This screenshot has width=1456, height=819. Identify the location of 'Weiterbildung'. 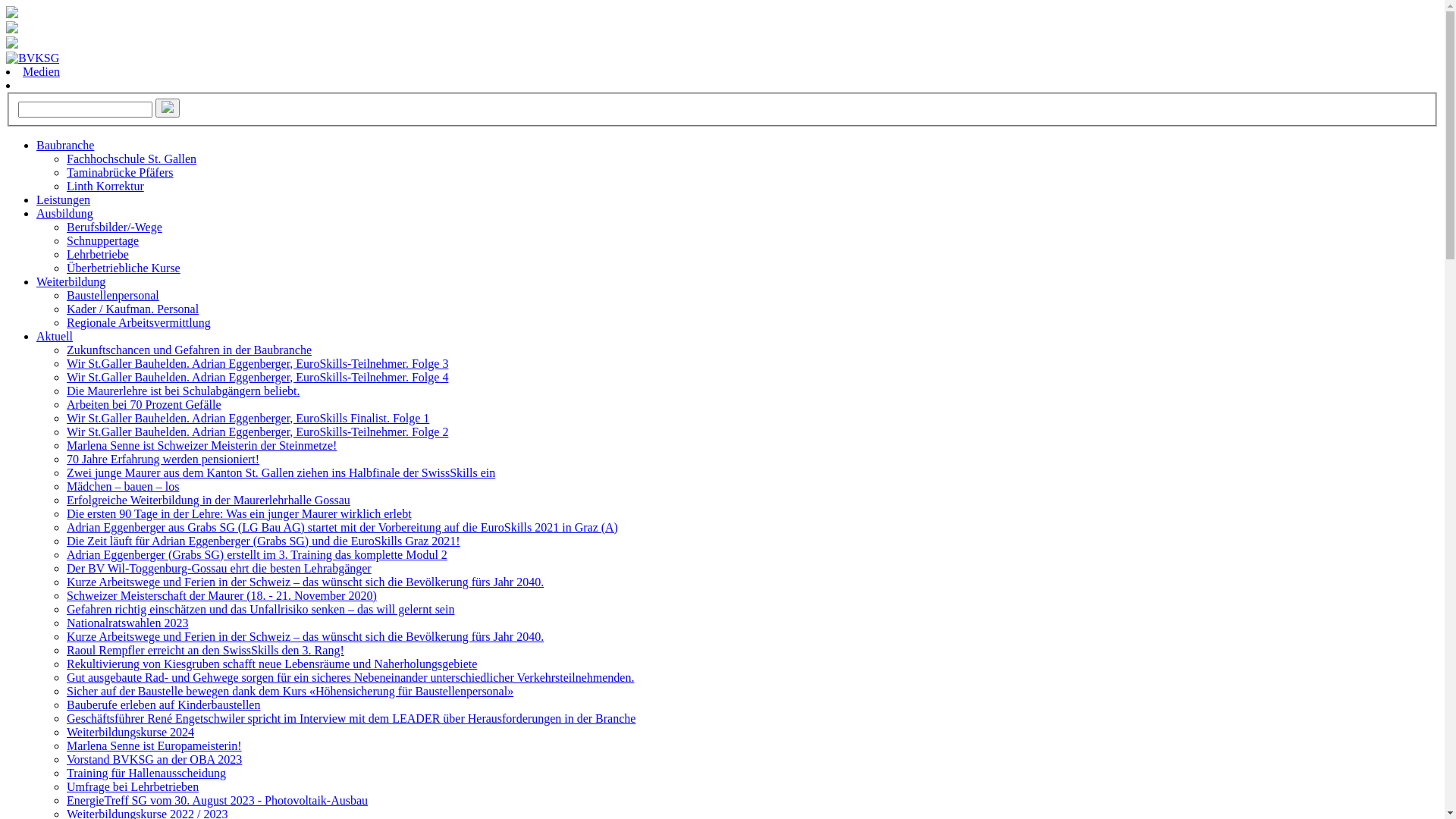
(70, 281).